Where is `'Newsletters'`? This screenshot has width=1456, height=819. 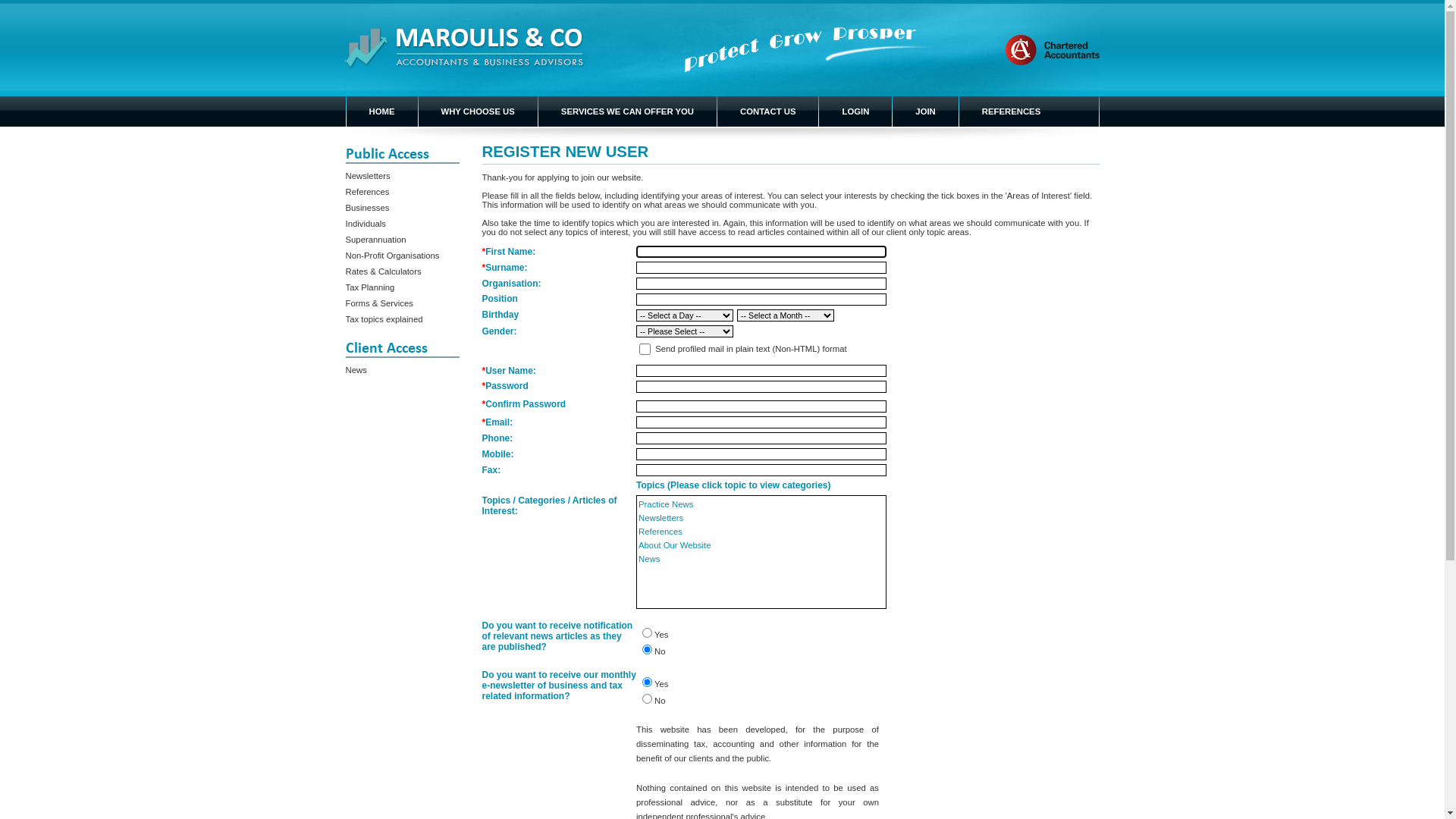 'Newsletters' is located at coordinates (368, 174).